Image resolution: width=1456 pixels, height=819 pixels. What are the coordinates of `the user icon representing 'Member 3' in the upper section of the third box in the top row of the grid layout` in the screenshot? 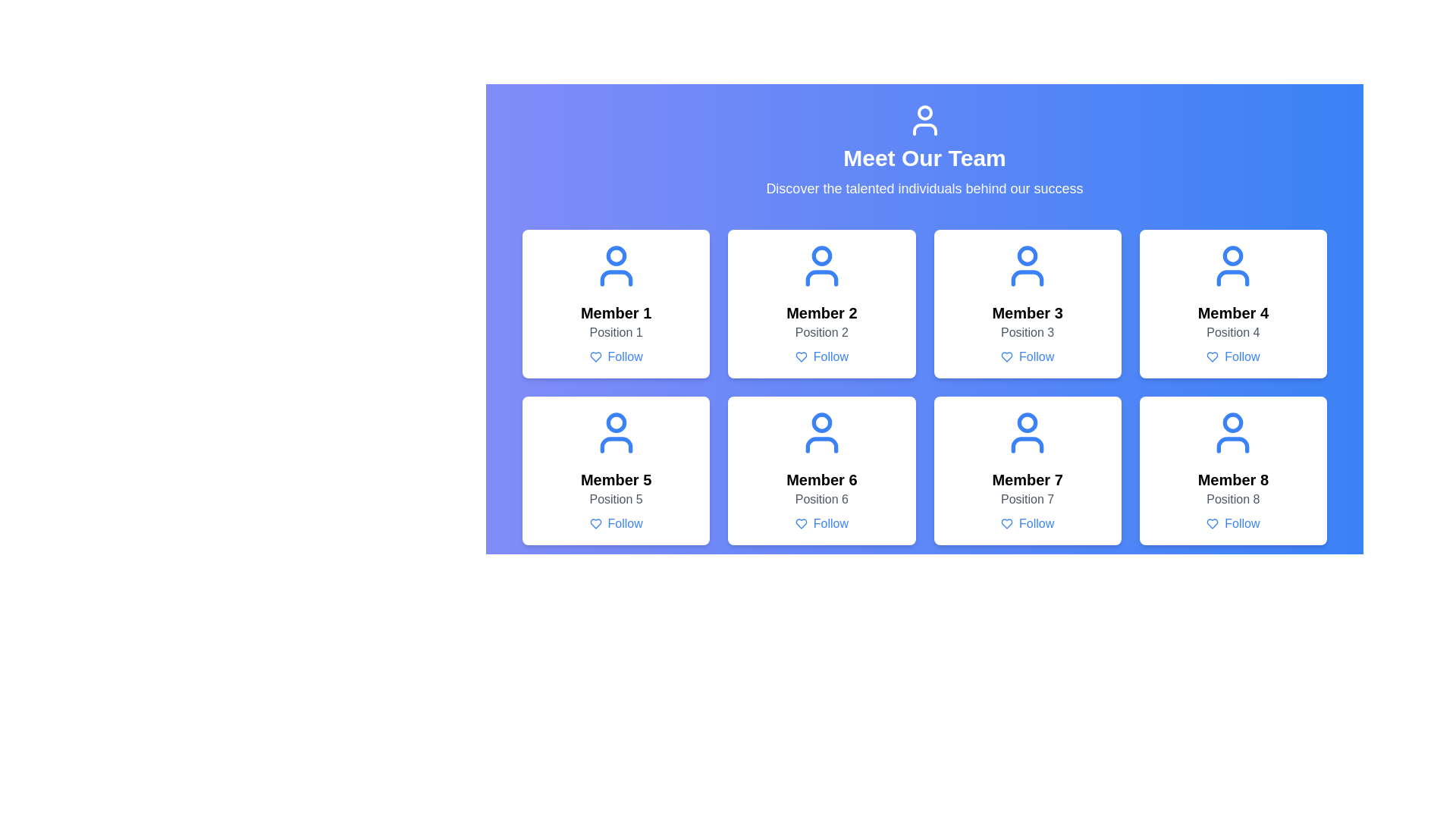 It's located at (1028, 265).